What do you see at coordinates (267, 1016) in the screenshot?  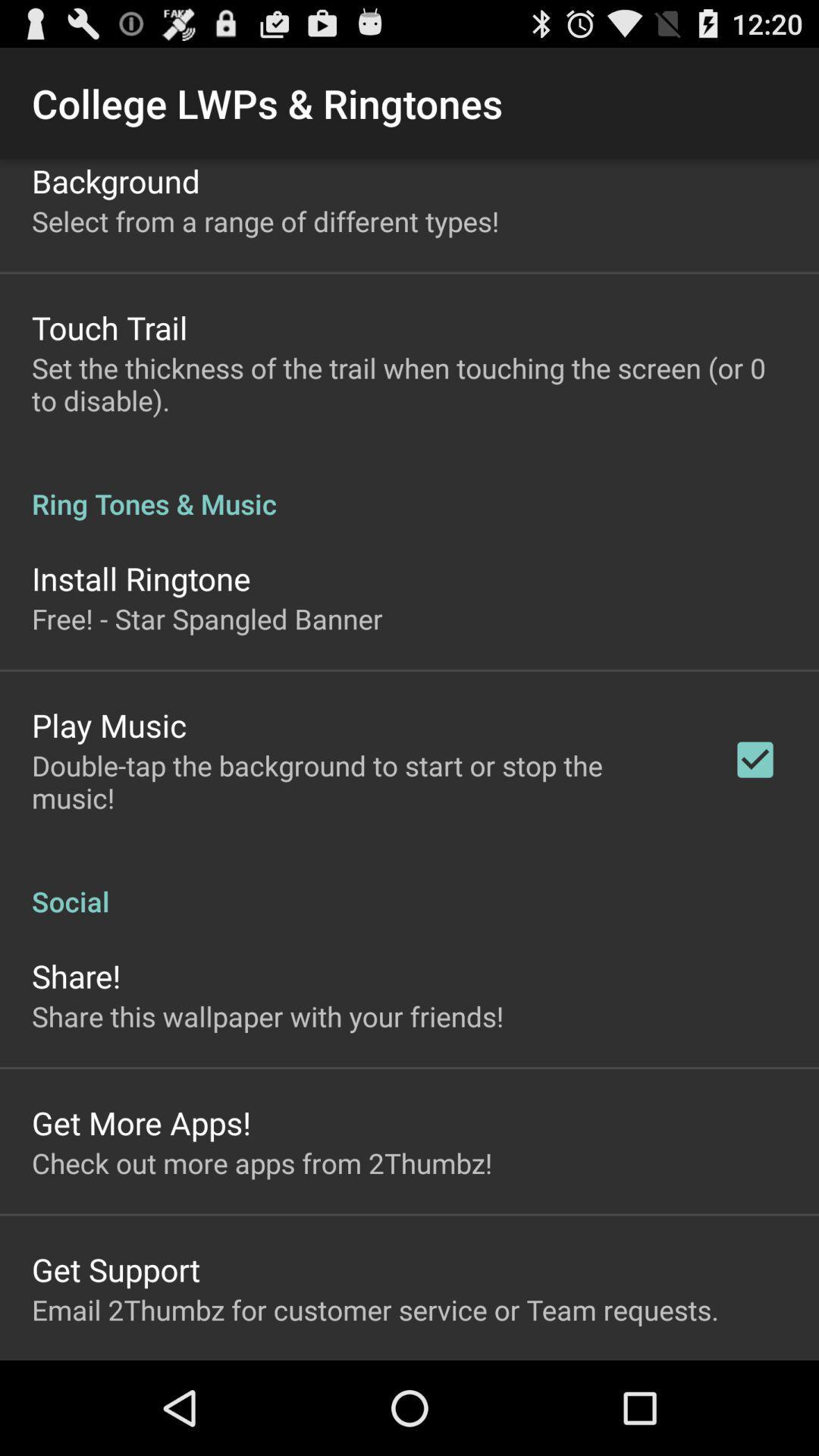 I see `the share this wallpaper` at bounding box center [267, 1016].